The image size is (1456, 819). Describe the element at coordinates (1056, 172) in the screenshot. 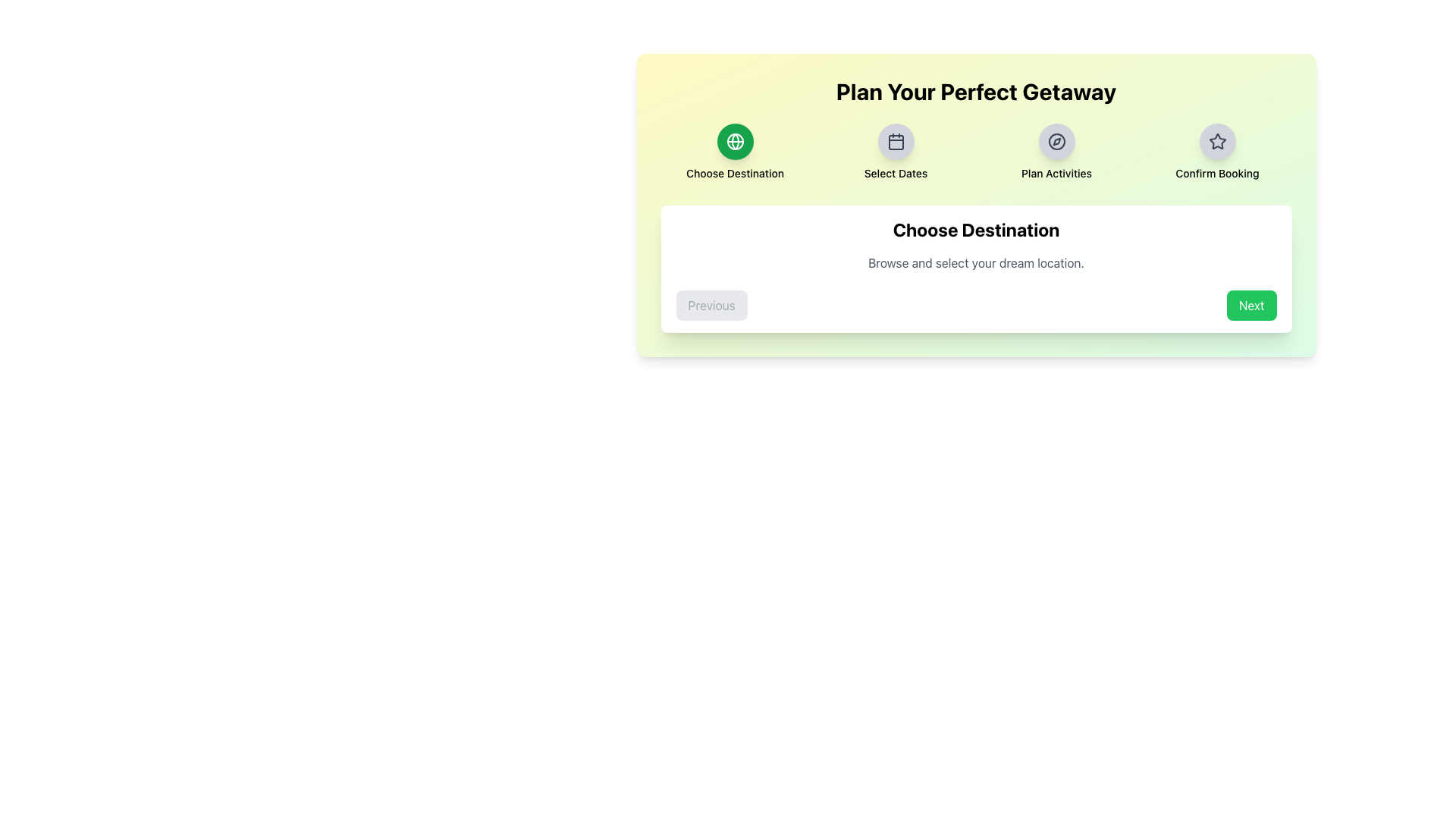

I see `the text label that indicates the step 'Plan Activities' in the multi-step process flow` at that location.